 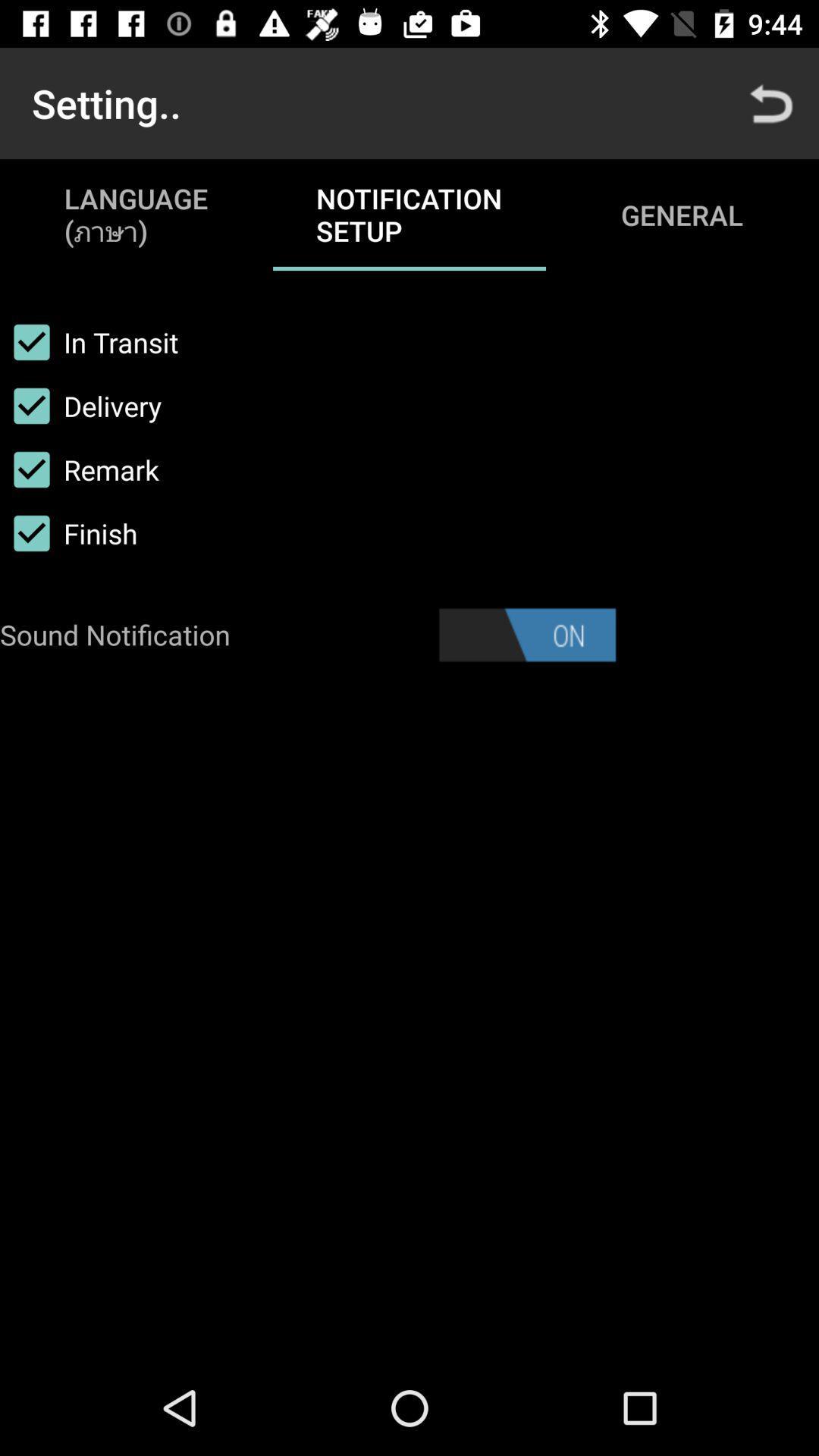 What do you see at coordinates (526, 635) in the screenshot?
I see `sound notifications` at bounding box center [526, 635].